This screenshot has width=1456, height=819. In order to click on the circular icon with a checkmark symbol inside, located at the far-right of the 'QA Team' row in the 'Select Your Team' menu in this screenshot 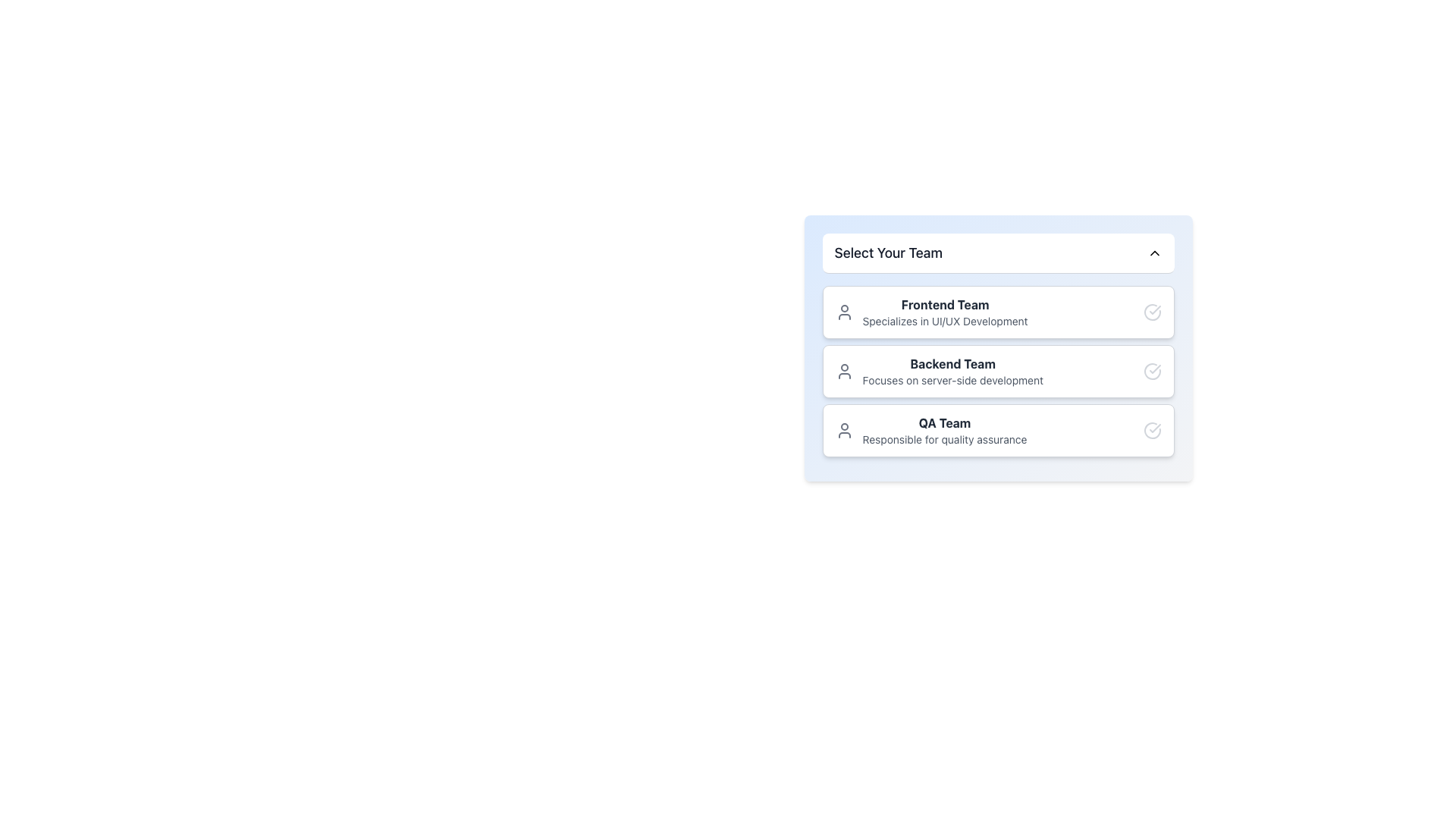, I will do `click(1152, 430)`.